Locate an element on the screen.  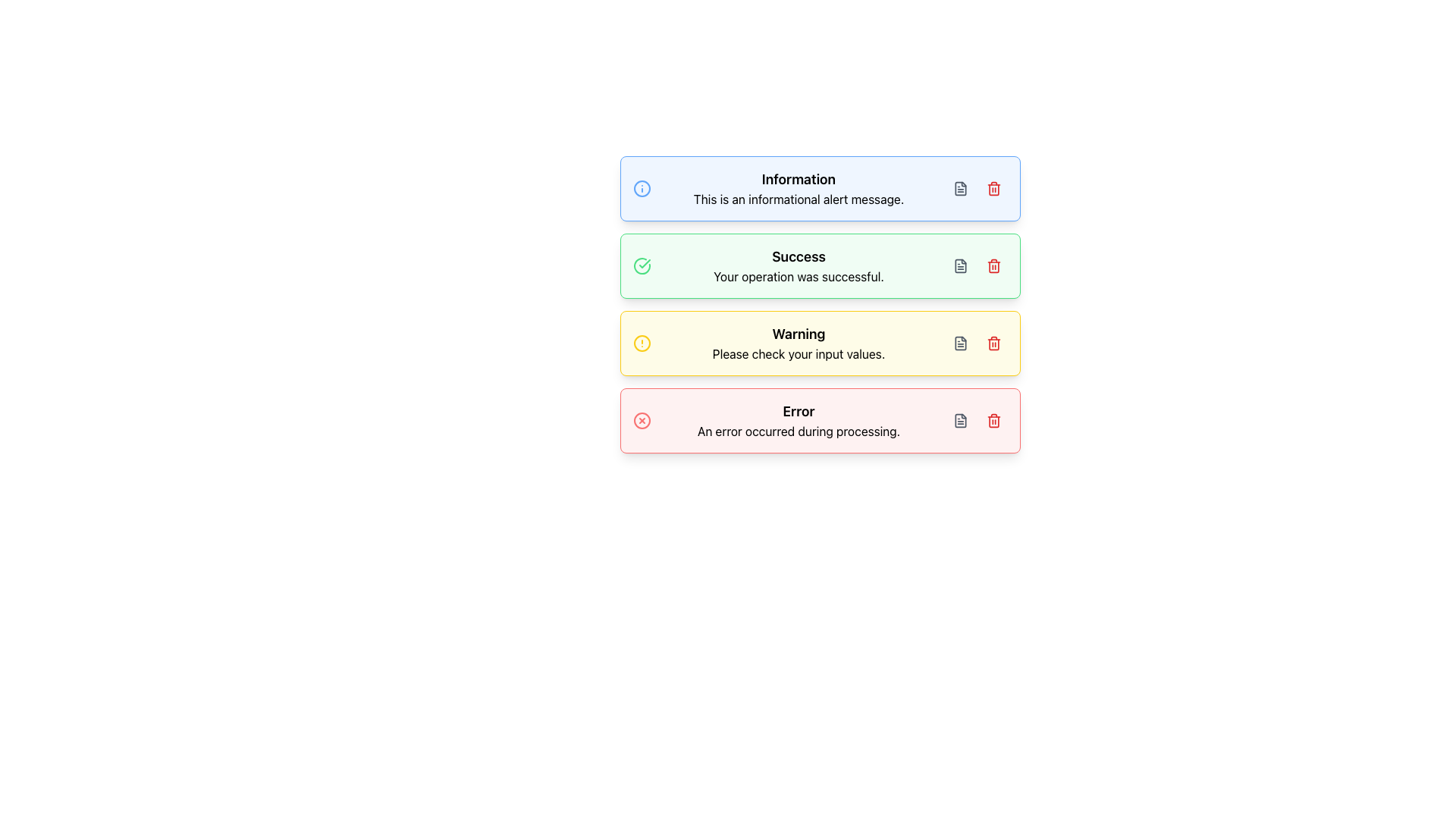
the Trash Can icon located in the 'Success' alert box is located at coordinates (993, 265).